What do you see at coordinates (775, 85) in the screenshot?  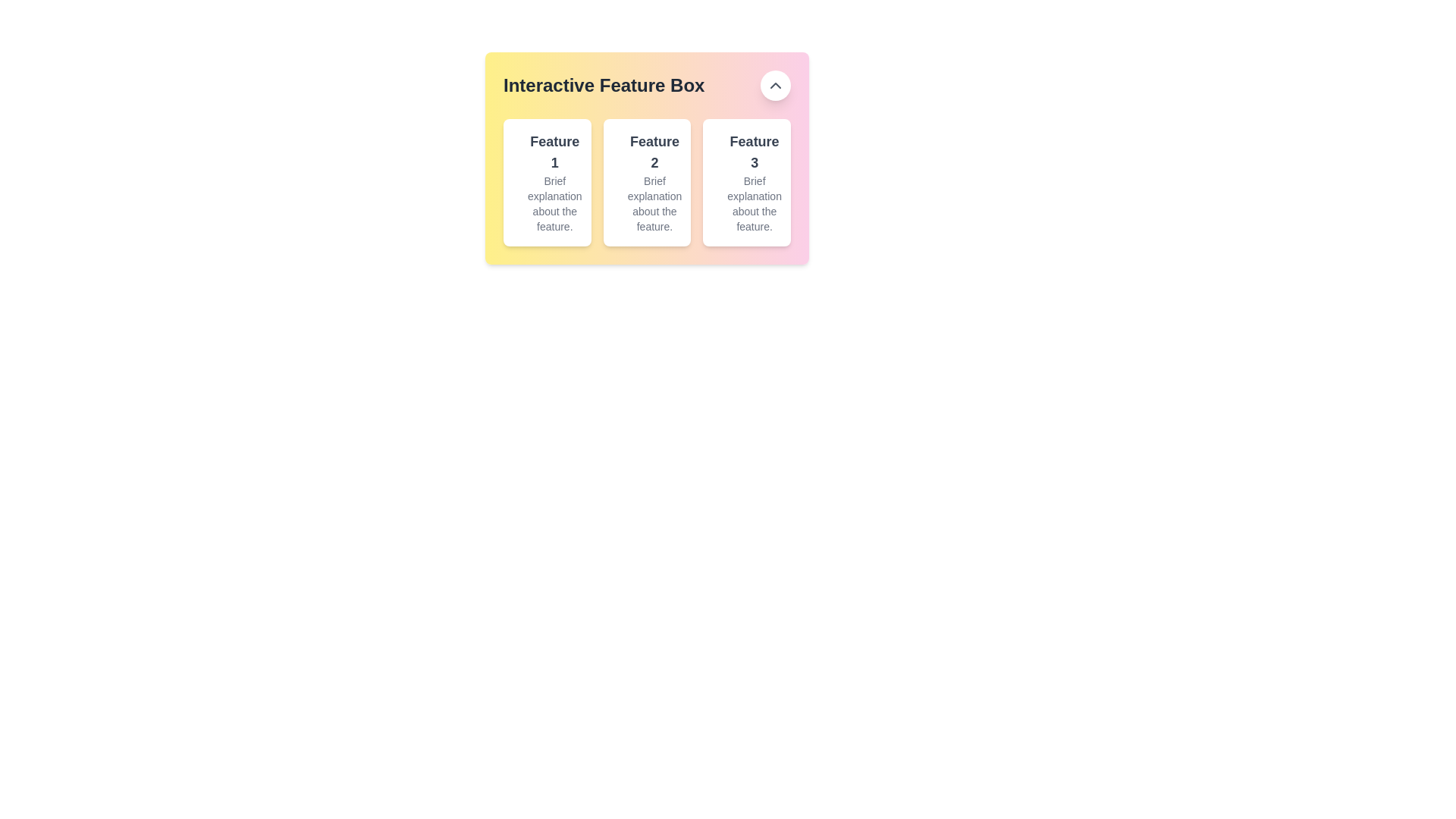 I see `the circular button with a white background and upward-pointing chevron icon in gray color, located in the top-right corner of the 'Interactive Feature Box'` at bounding box center [775, 85].